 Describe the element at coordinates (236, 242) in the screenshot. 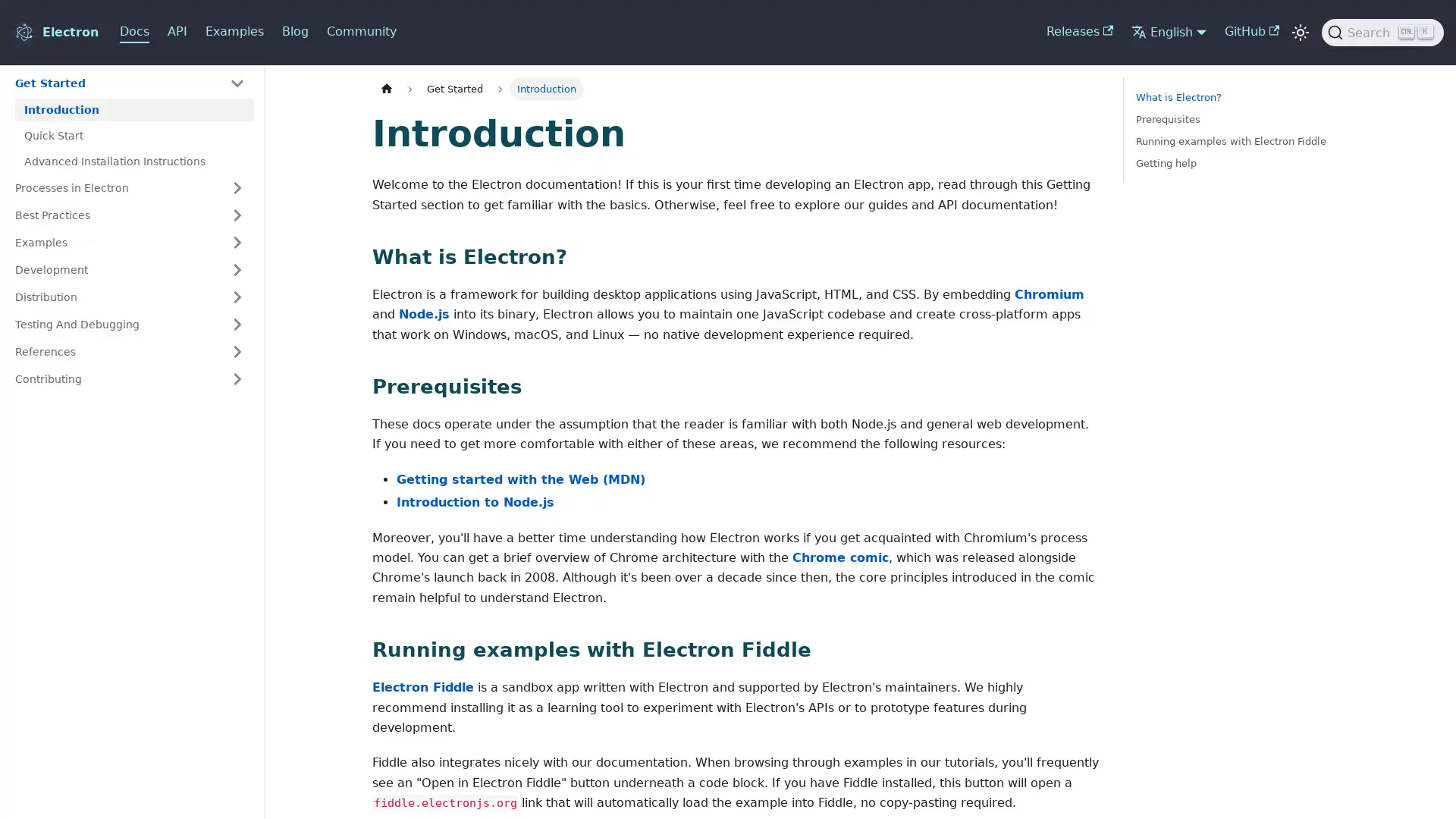

I see `Toggle the collapsible sidebar category 'Examples'` at that location.